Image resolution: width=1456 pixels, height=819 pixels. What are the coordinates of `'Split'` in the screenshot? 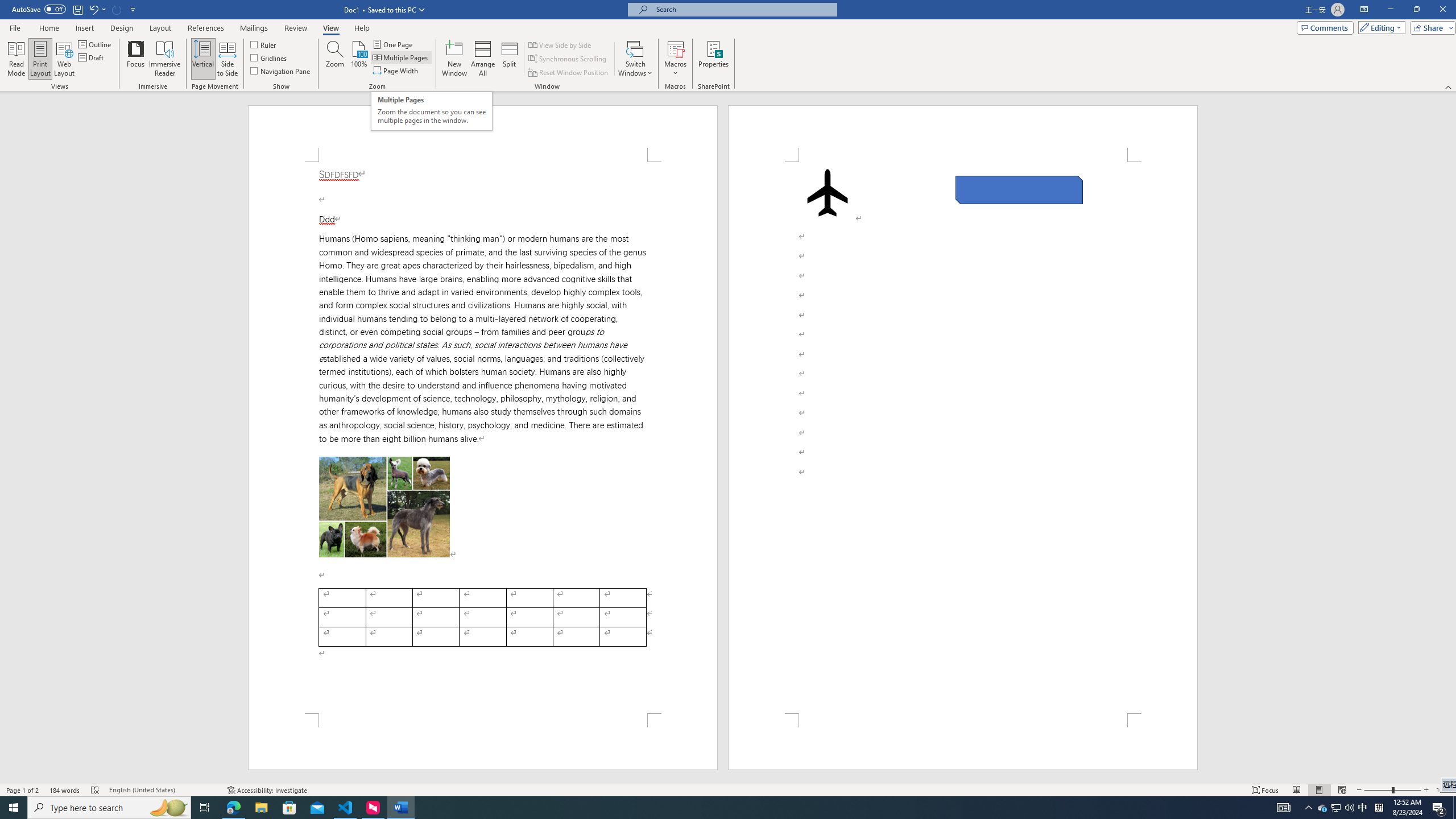 It's located at (510, 59).